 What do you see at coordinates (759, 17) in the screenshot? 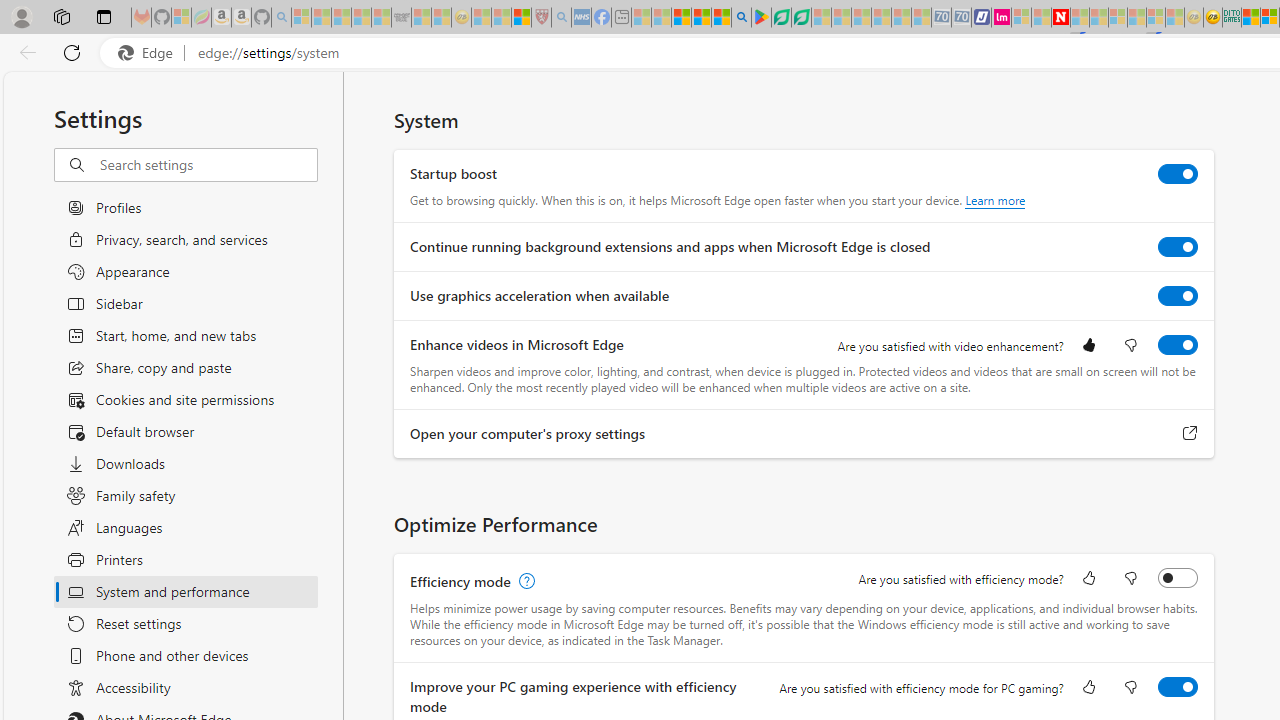
I see `'Bluey: Let'` at bounding box center [759, 17].